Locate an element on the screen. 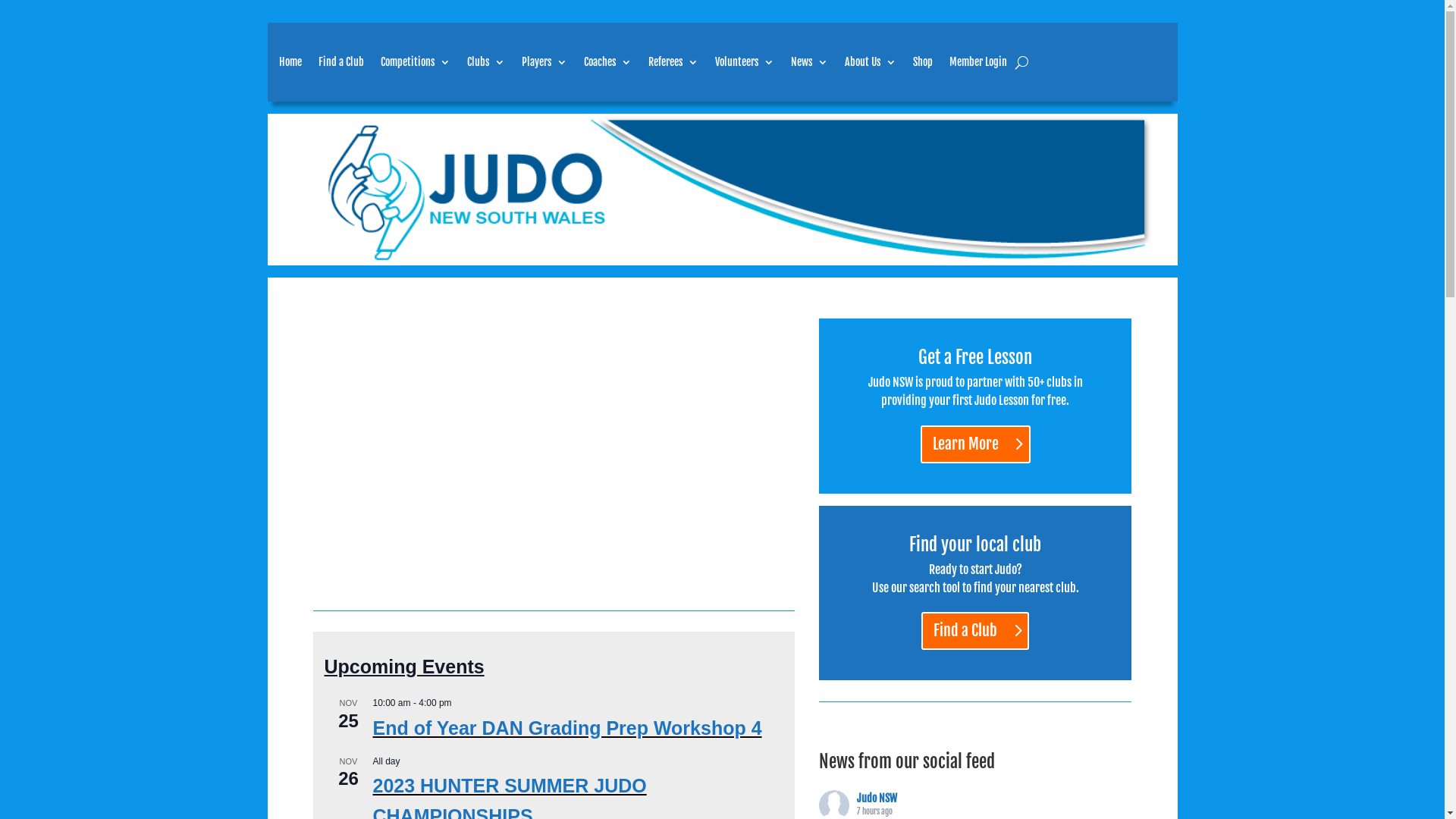 This screenshot has height=819, width=1456. 'Referees' is located at coordinates (672, 61).